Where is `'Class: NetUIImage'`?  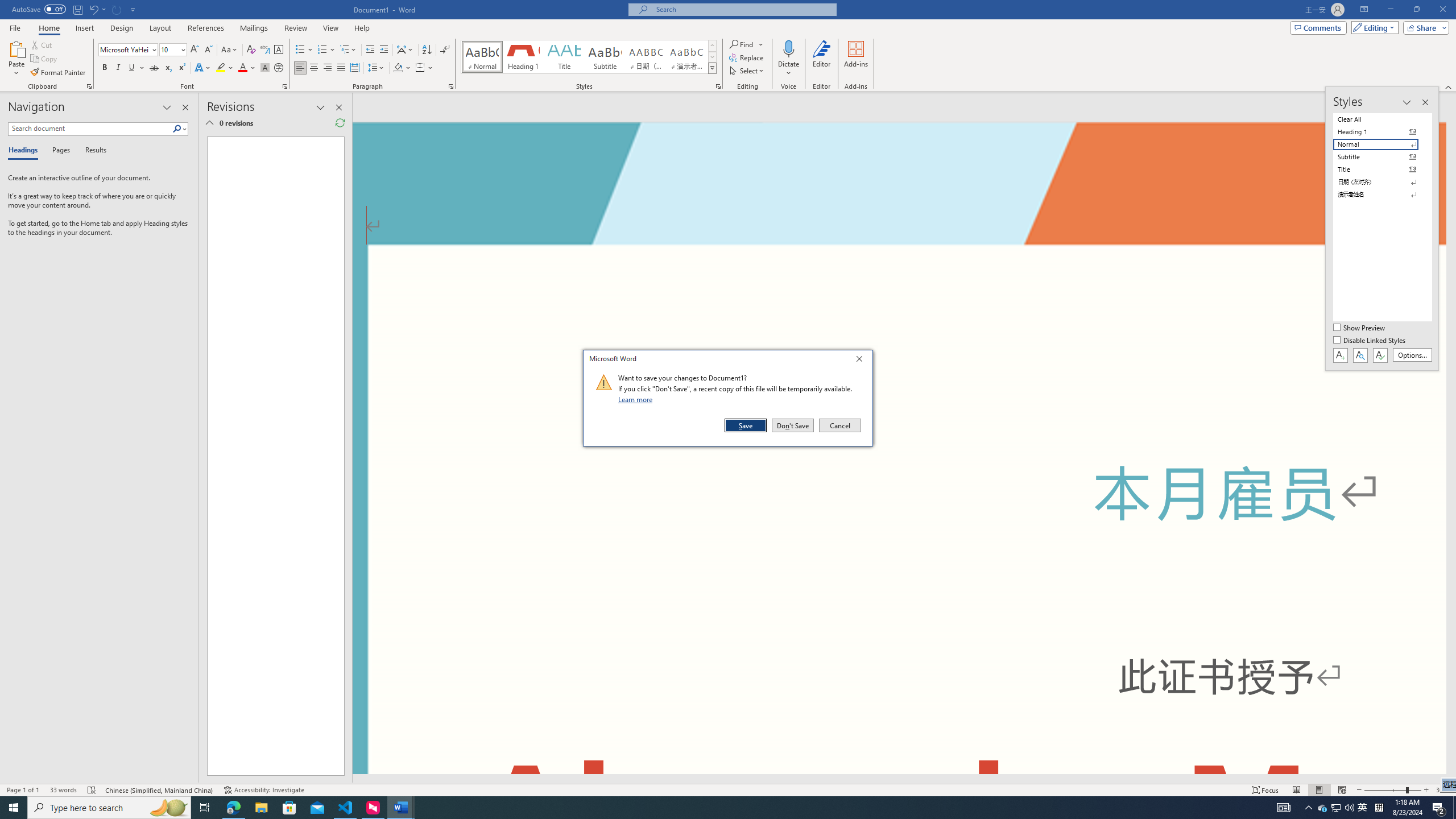
'Class: NetUIImage' is located at coordinates (603, 382).